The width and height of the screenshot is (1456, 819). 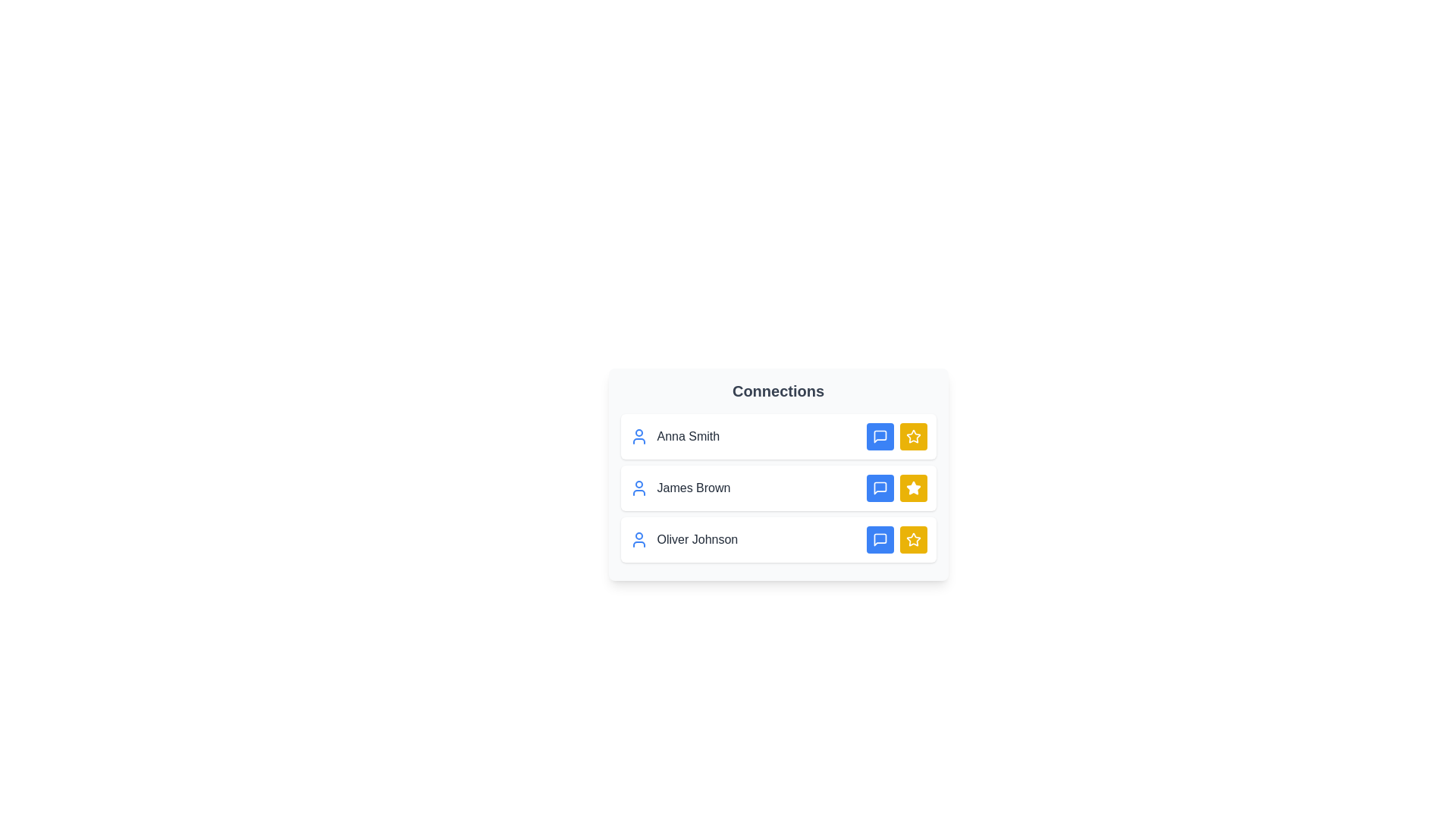 I want to click on the user icon for Oliver Johnson, so click(x=639, y=539).